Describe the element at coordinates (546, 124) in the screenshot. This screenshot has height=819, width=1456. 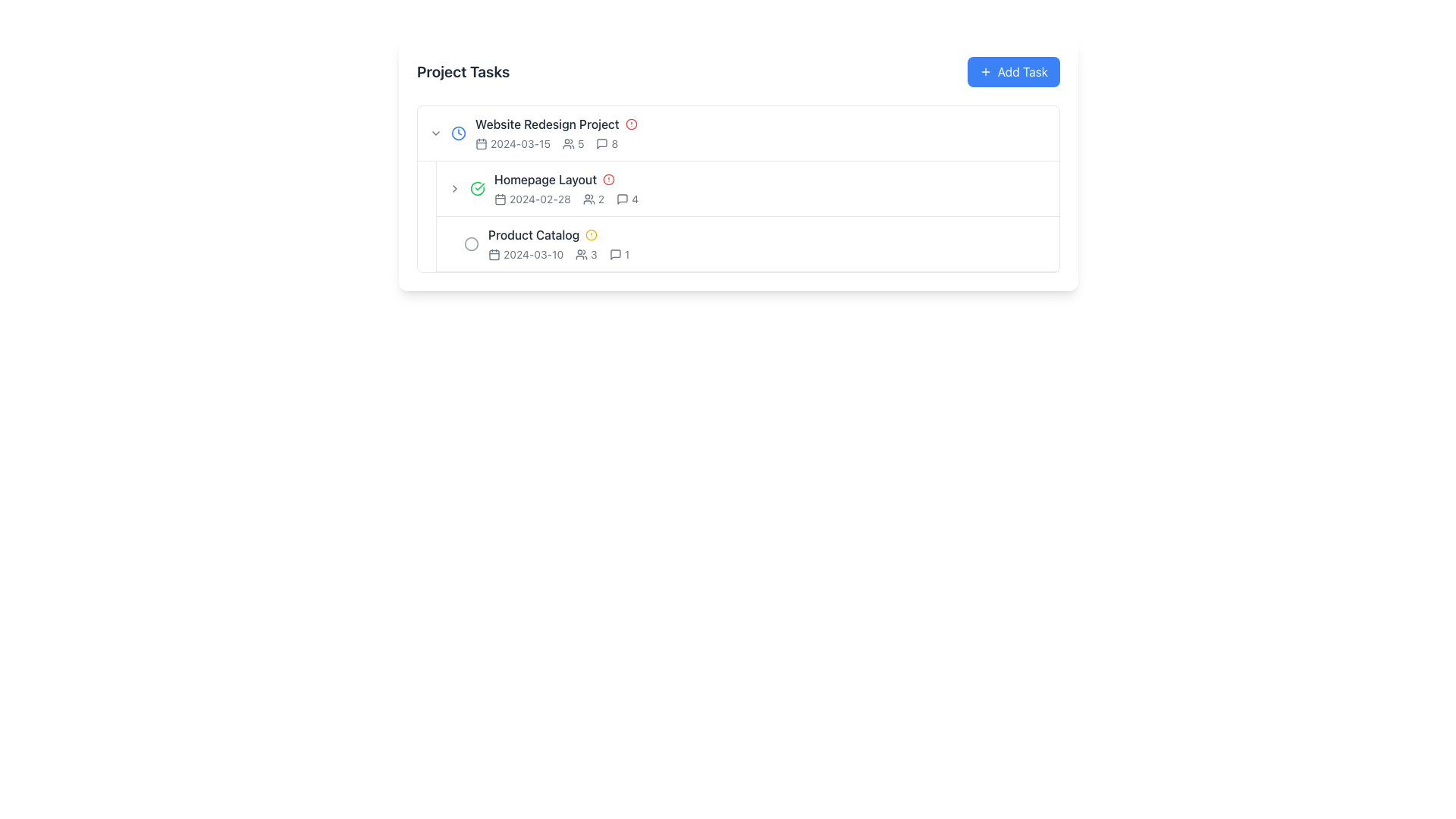
I see `text content of the label representing the first project in the 'Project Tasks' section, located at the top of the list` at that location.